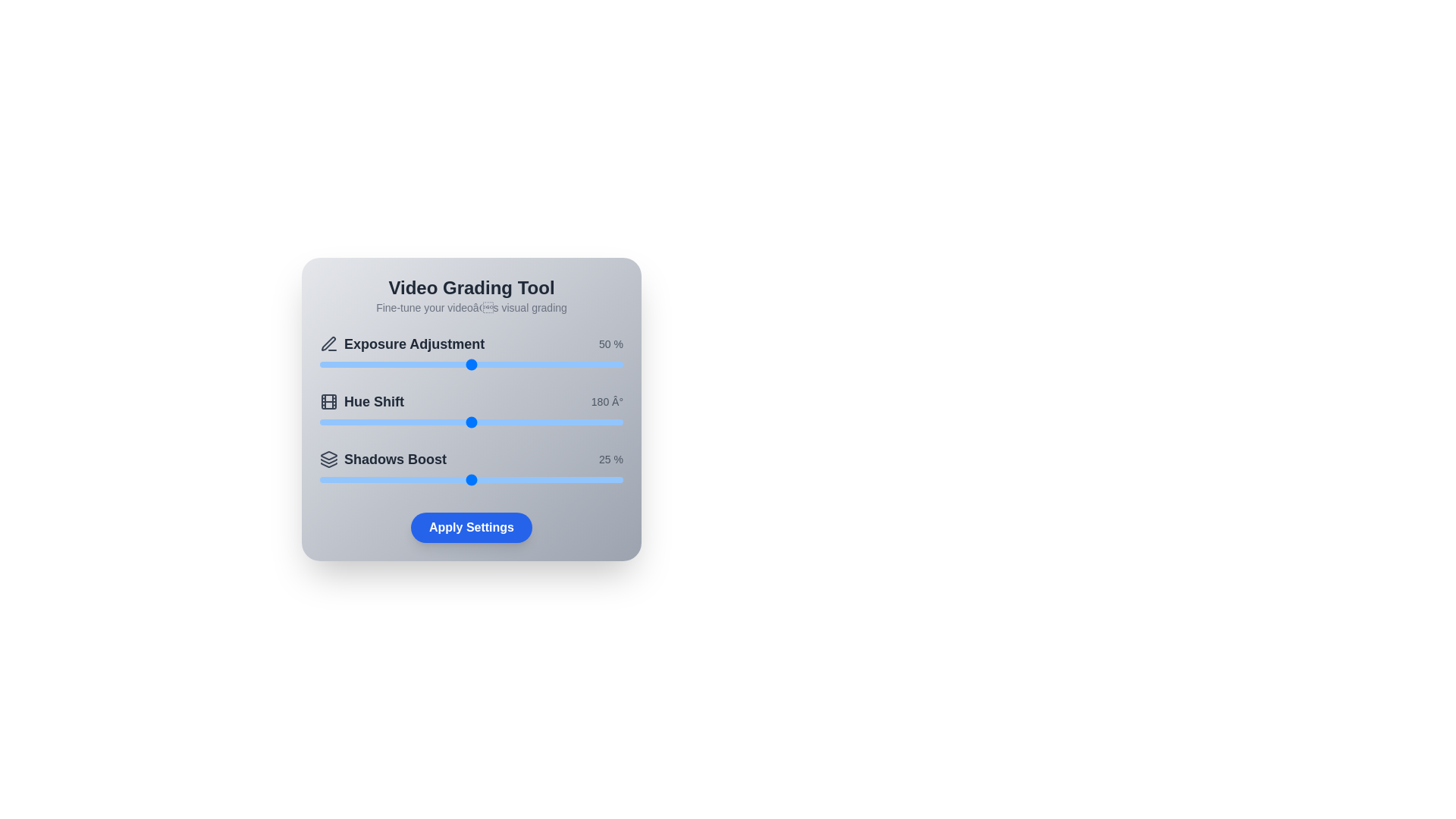 This screenshot has height=819, width=1456. I want to click on the 'Hue Shift' text label, which is styled in bold, dark gray font and positioned between 'Exposure Adjustment' and 'Shadows Boost' in the visual grading tool interface, so click(361, 400).